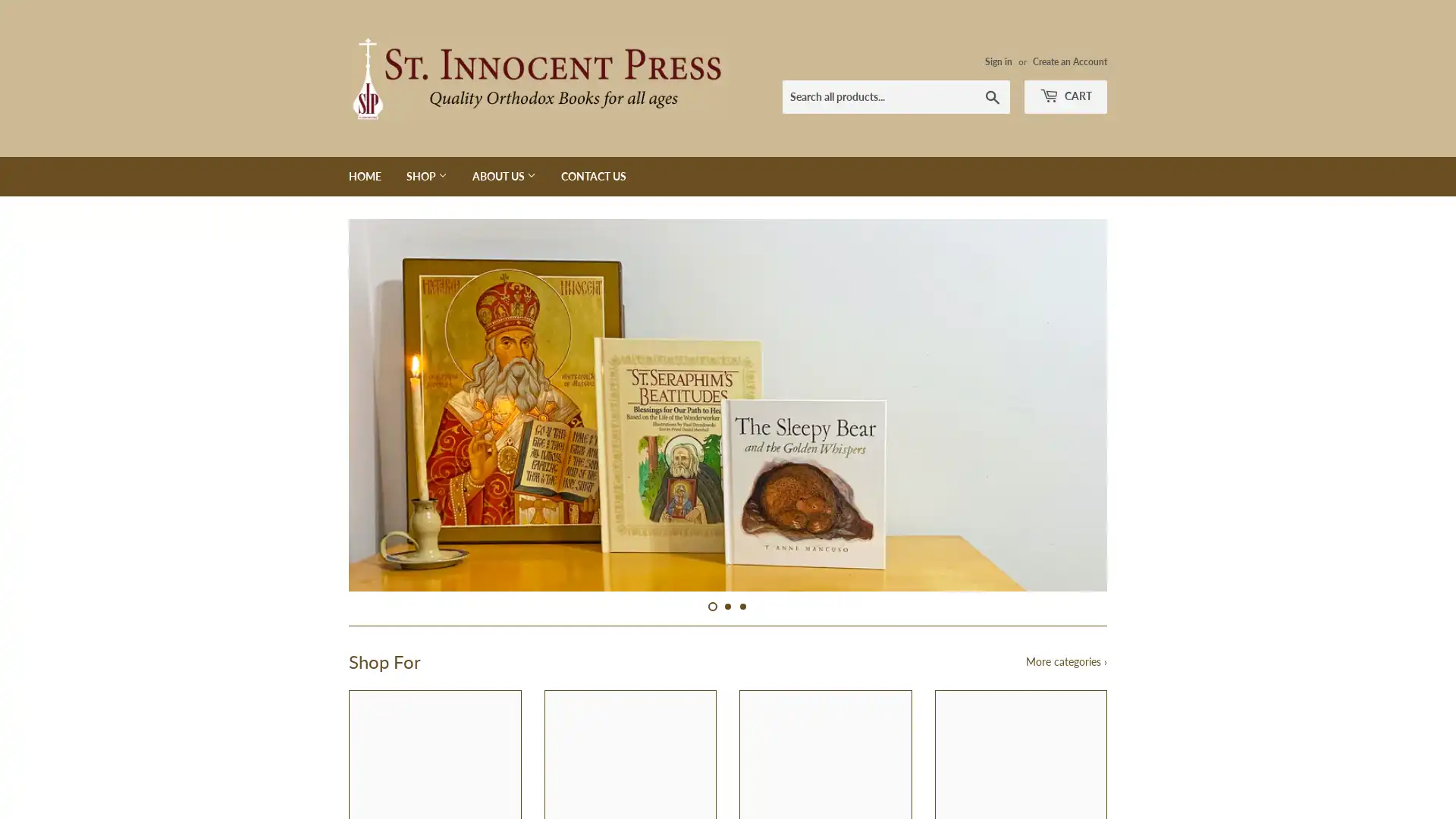  I want to click on Search, so click(993, 96).